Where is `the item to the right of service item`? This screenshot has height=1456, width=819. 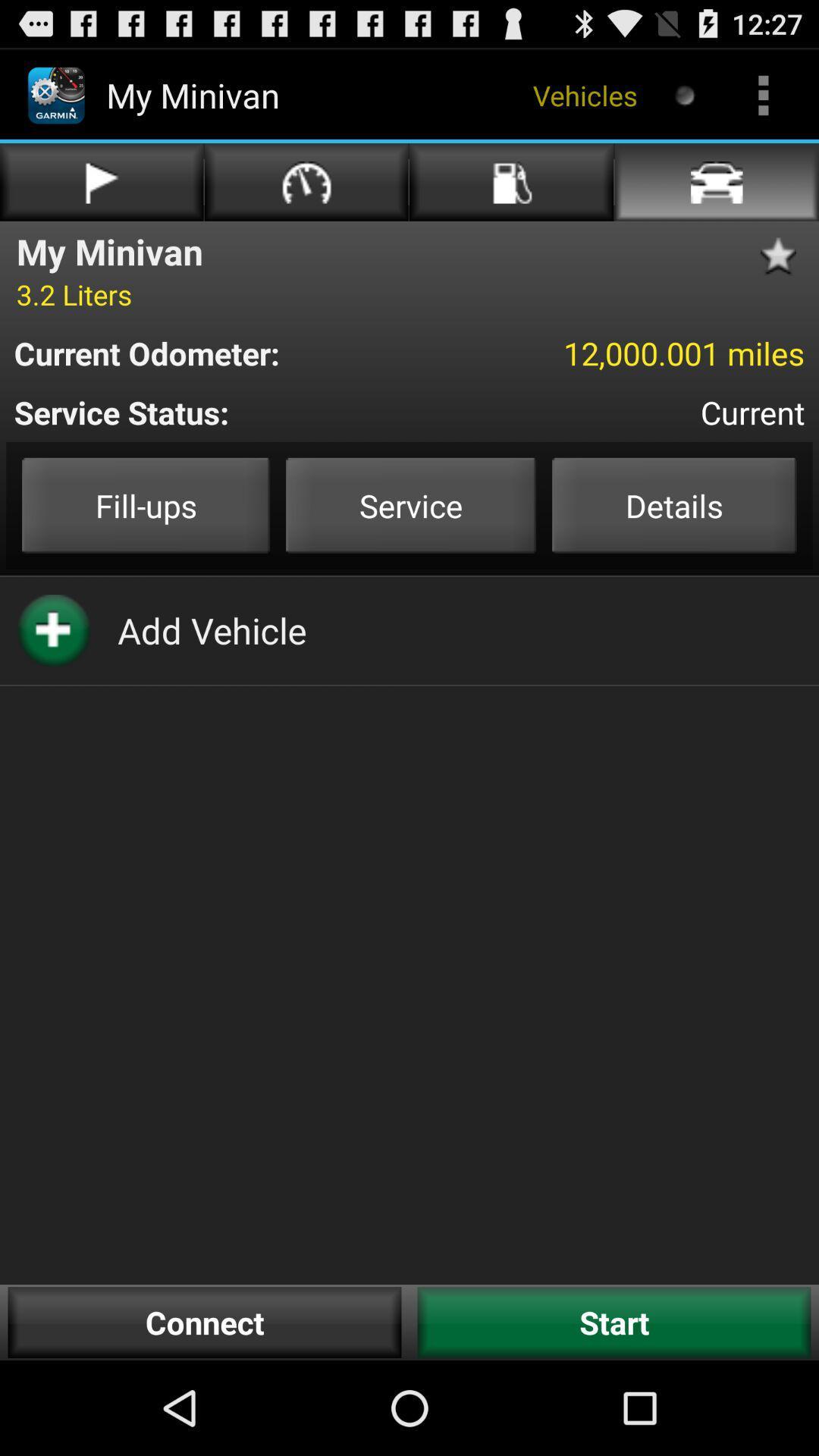
the item to the right of service item is located at coordinates (673, 505).